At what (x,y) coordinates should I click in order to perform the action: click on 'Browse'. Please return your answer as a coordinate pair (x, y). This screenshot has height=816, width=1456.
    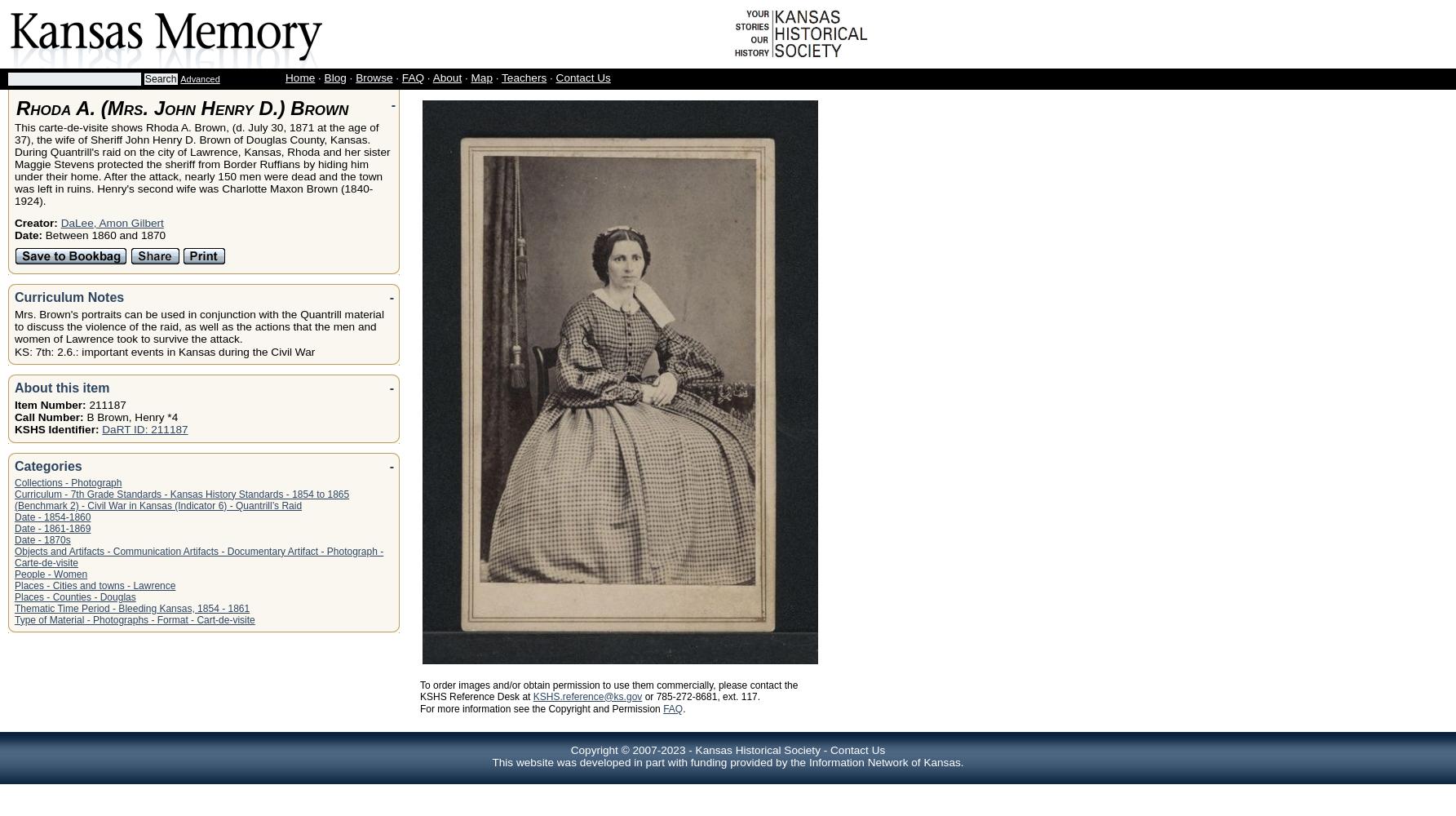
    Looking at the image, I should click on (373, 77).